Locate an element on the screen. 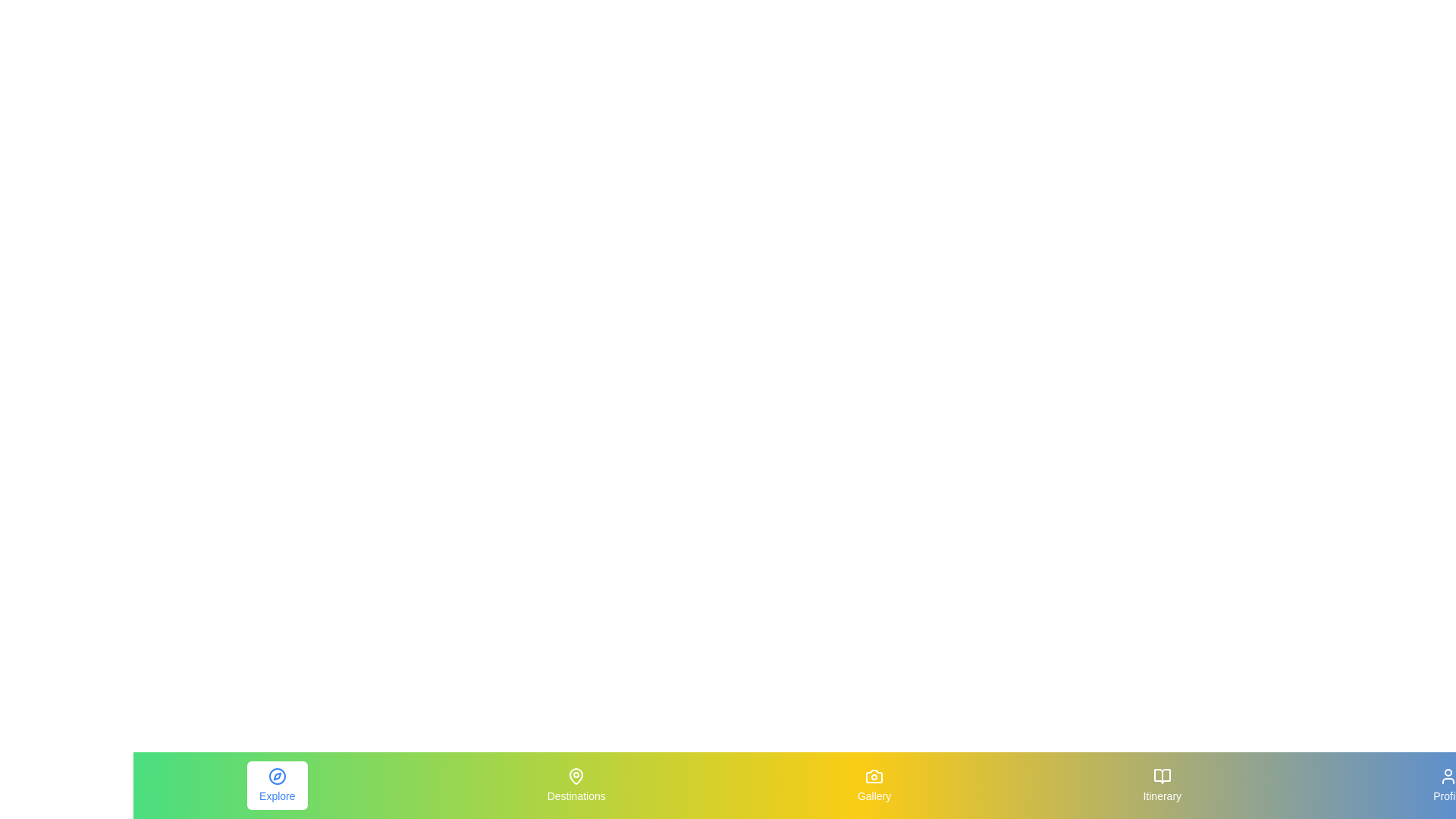  the Explore element to view its hover effect is located at coordinates (277, 785).